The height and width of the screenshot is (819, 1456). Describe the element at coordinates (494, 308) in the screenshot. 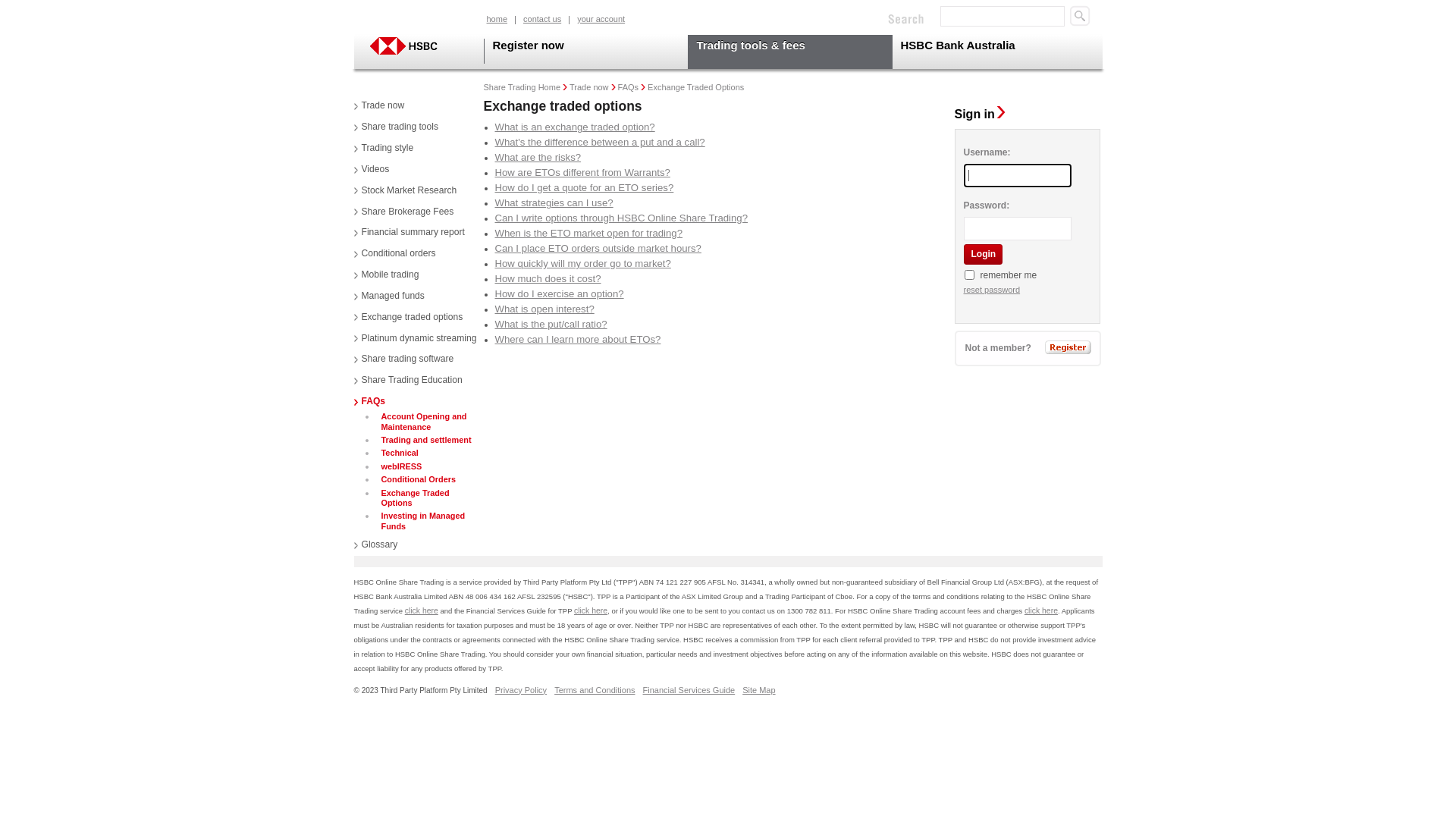

I see `'What is open interest?'` at that location.